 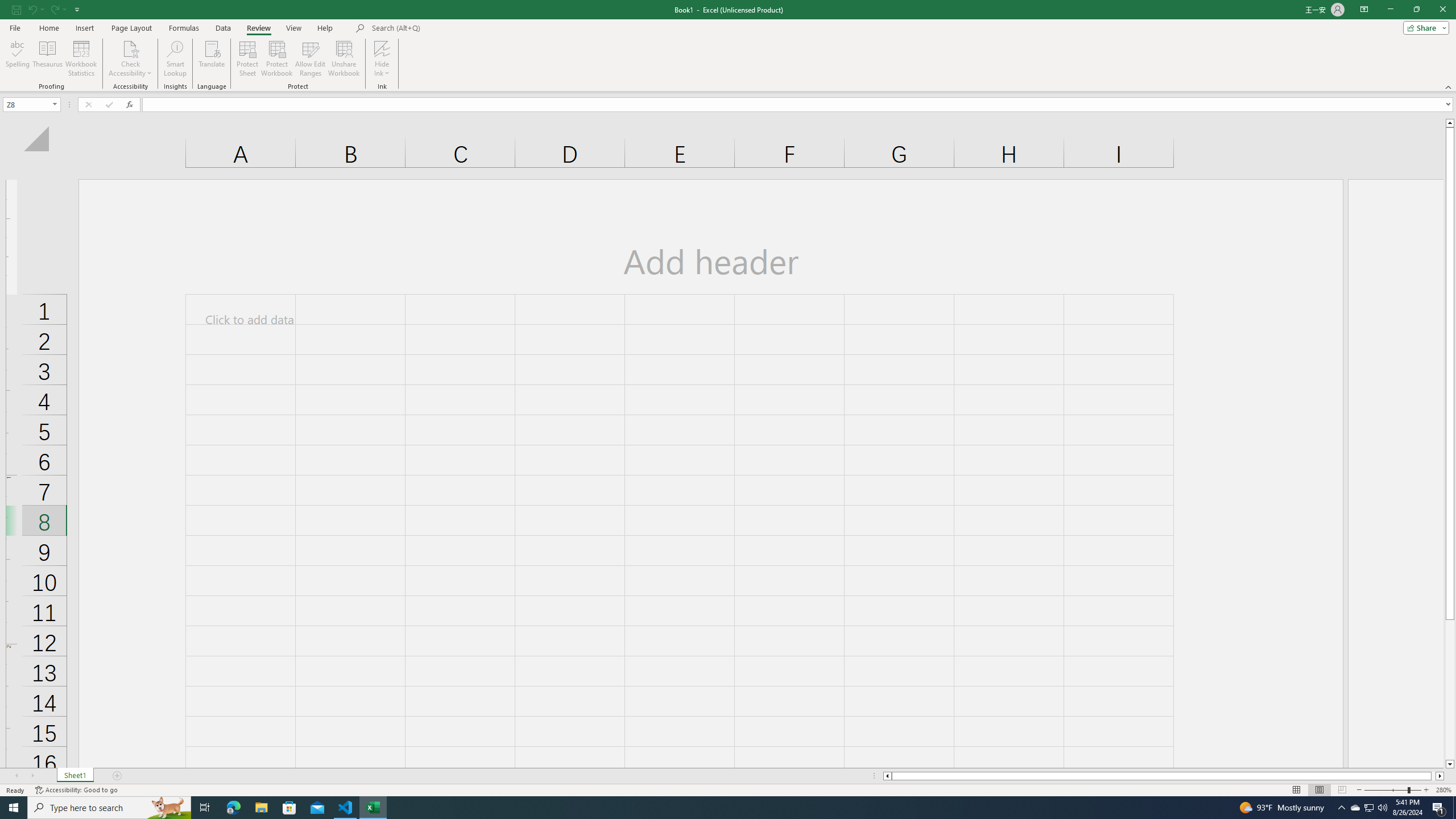 What do you see at coordinates (84, 28) in the screenshot?
I see `'Insert'` at bounding box center [84, 28].